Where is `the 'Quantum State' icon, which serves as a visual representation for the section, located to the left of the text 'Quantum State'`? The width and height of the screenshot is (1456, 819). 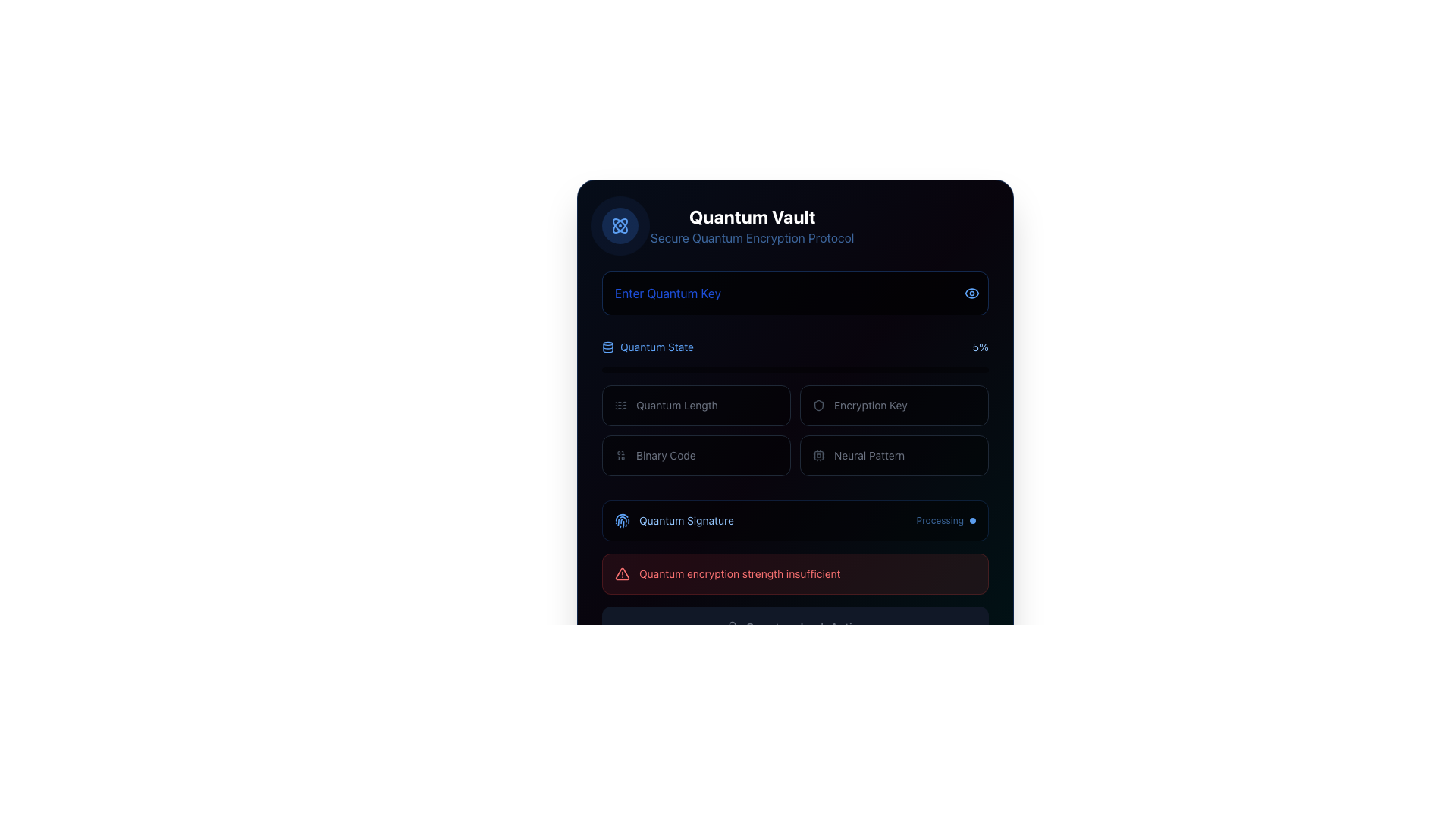 the 'Quantum State' icon, which serves as a visual representation for the section, located to the left of the text 'Quantum State' is located at coordinates (607, 347).